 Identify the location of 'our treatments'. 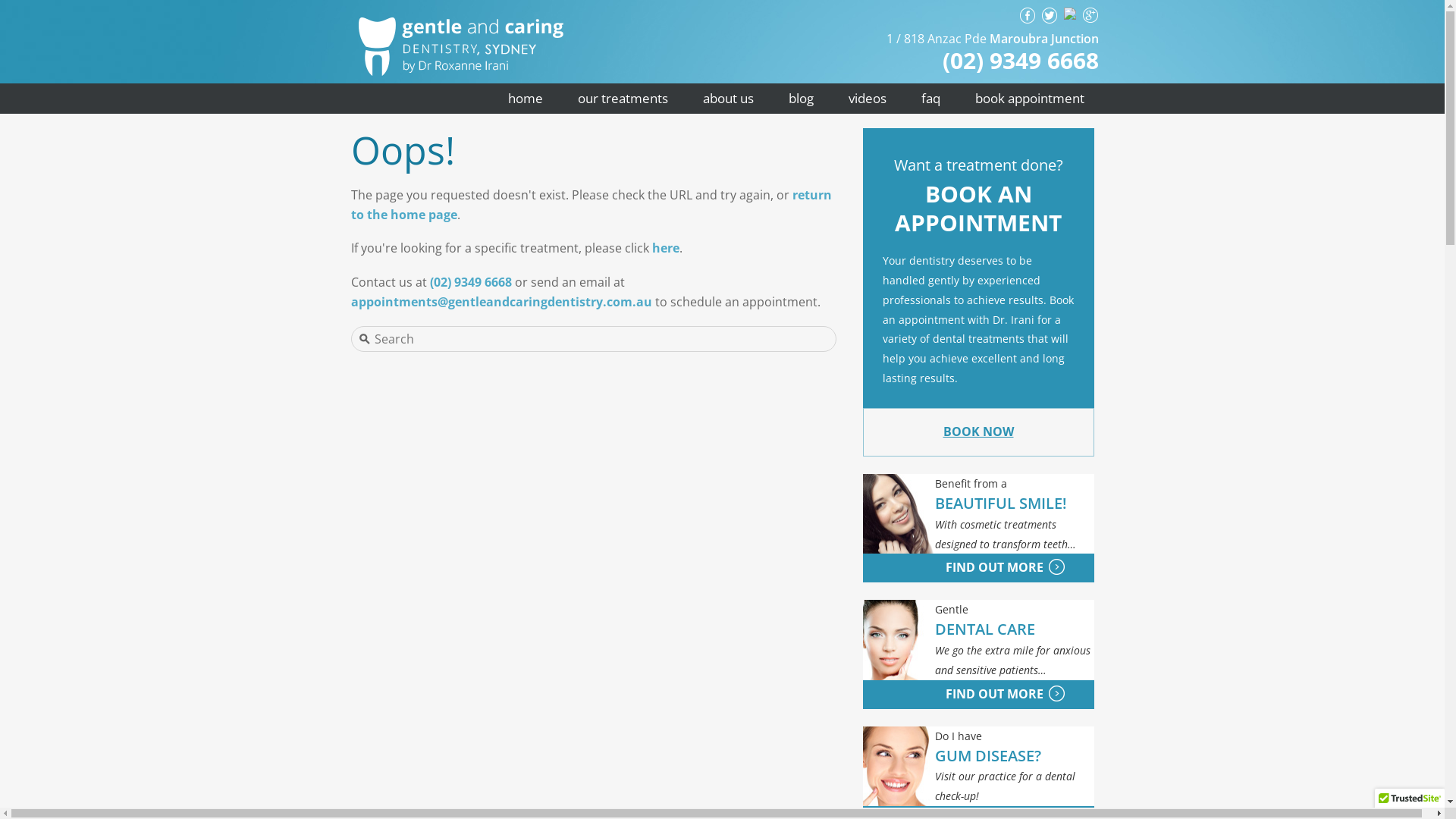
(622, 99).